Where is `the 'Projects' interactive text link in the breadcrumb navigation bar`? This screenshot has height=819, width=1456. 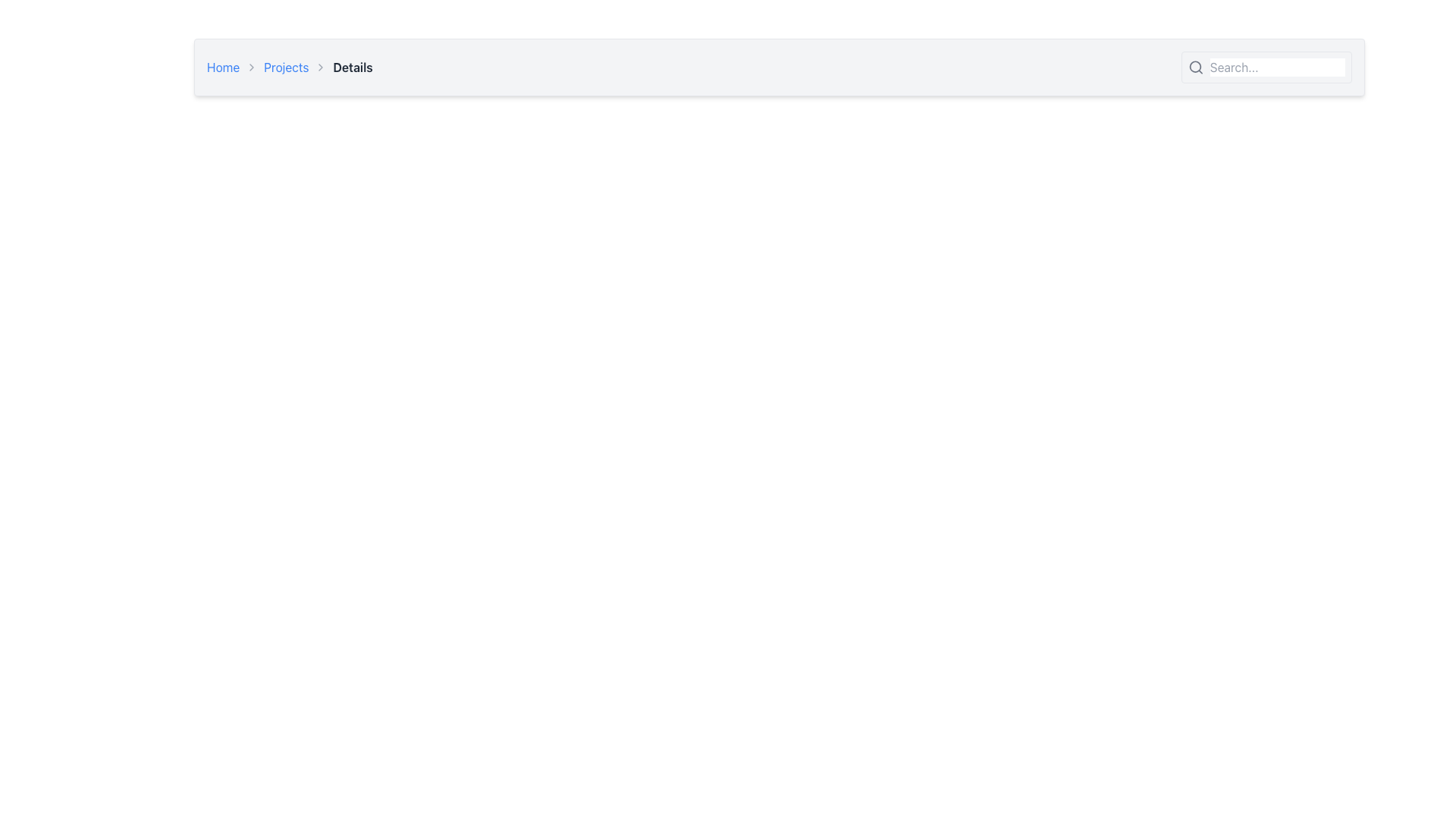 the 'Projects' interactive text link in the breadcrumb navigation bar is located at coordinates (286, 66).